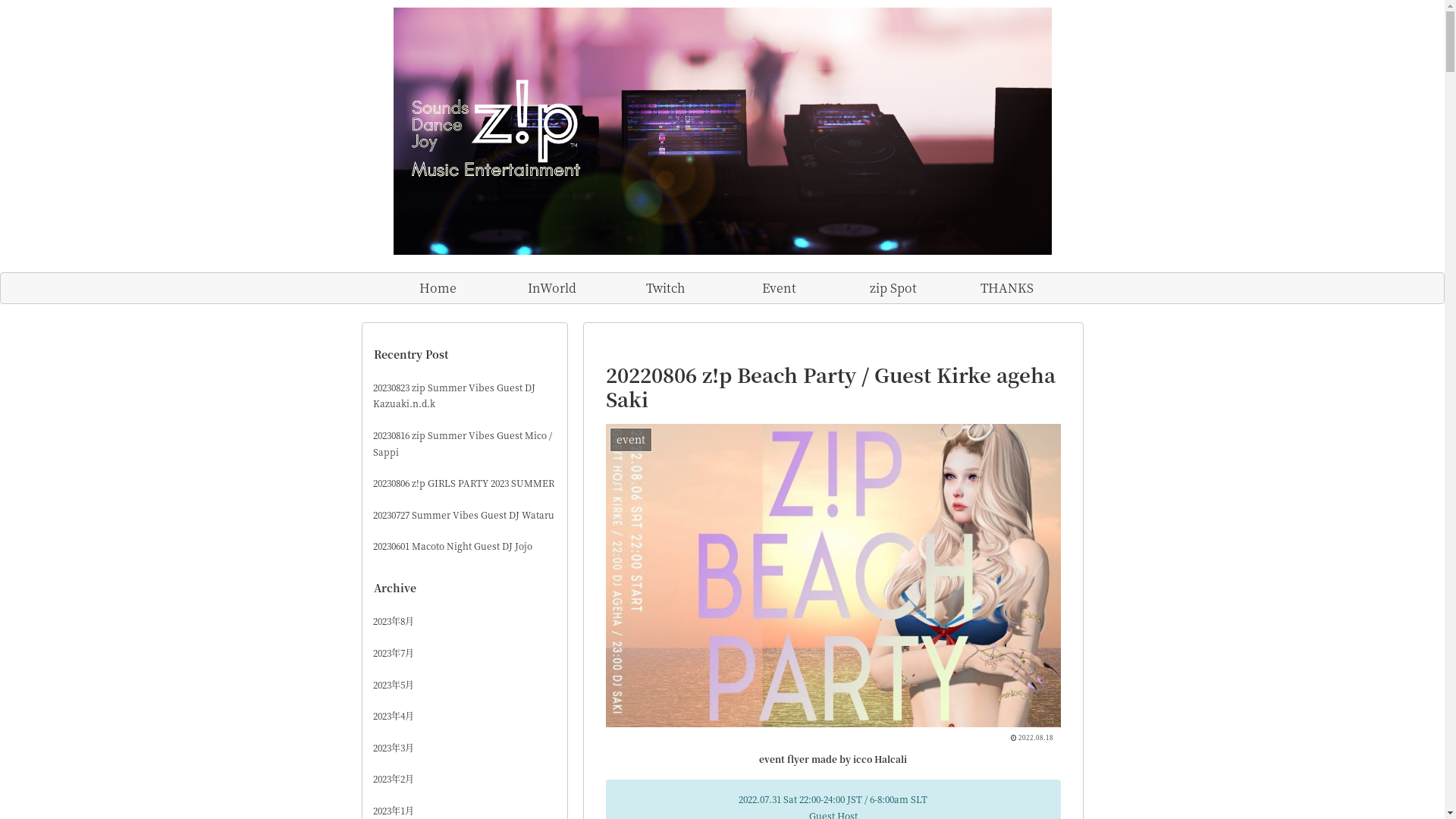  What do you see at coordinates (1006, 288) in the screenshot?
I see `'THANKS'` at bounding box center [1006, 288].